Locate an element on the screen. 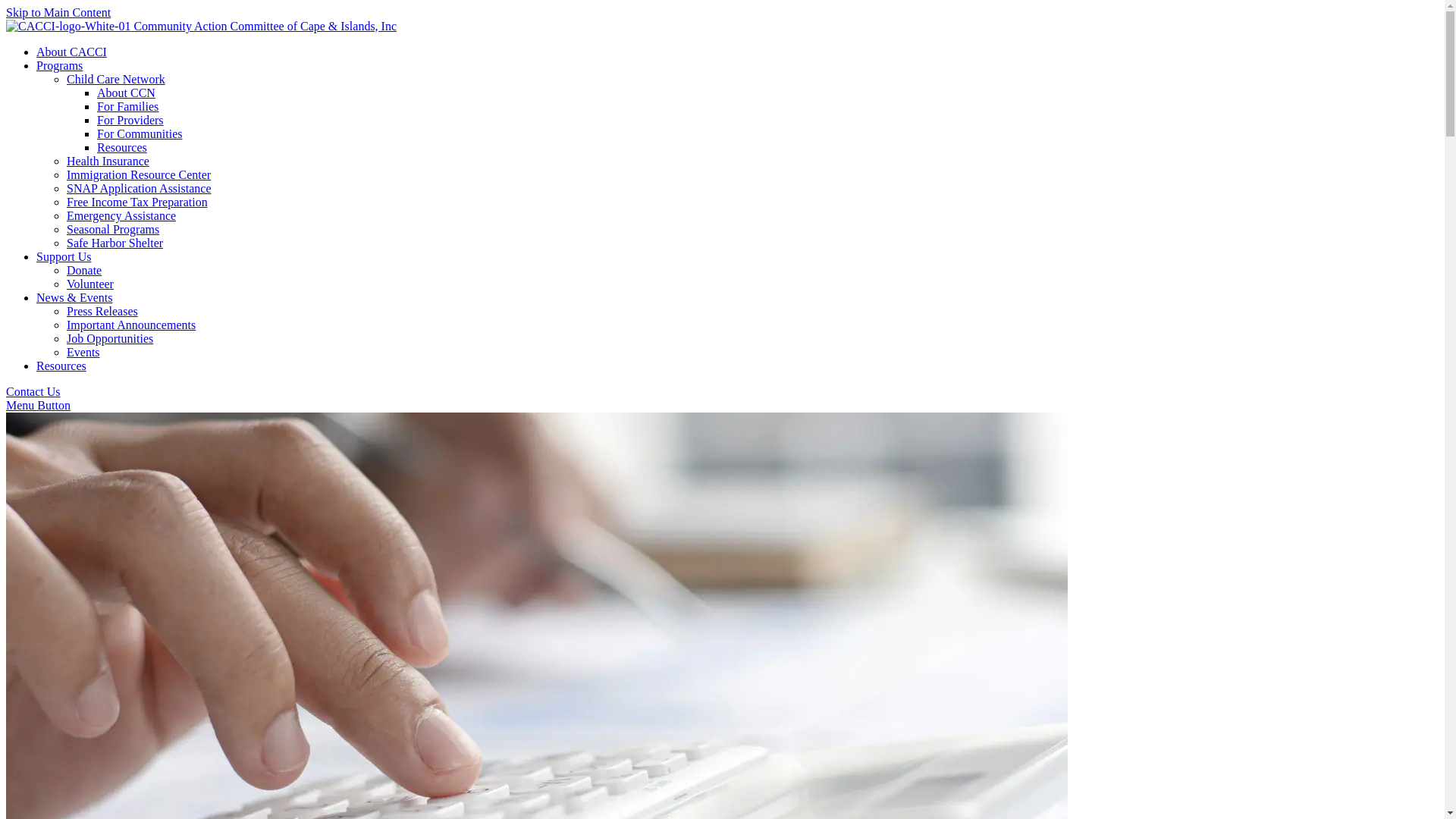 The width and height of the screenshot is (1456, 819). 'Skip to Main Content' is located at coordinates (58, 12).